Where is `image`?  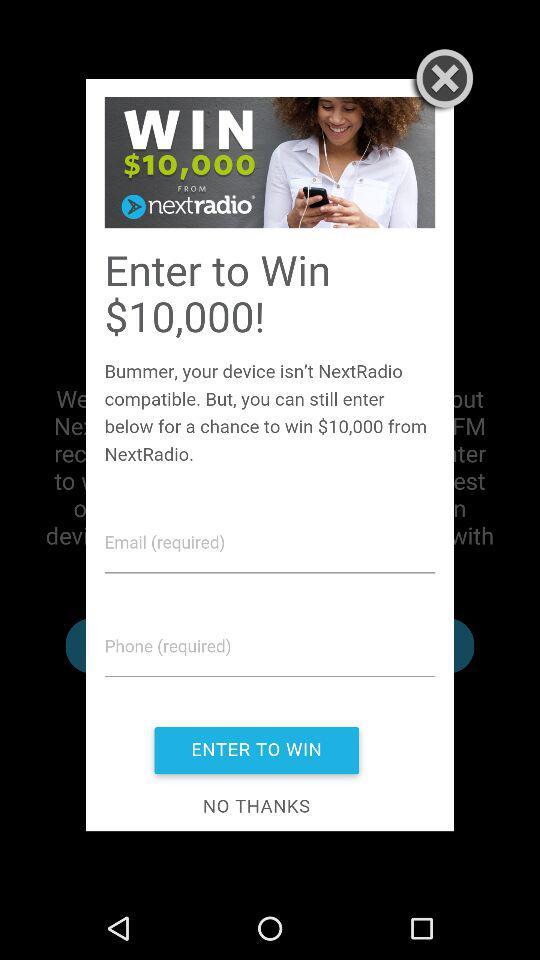 image is located at coordinates (270, 455).